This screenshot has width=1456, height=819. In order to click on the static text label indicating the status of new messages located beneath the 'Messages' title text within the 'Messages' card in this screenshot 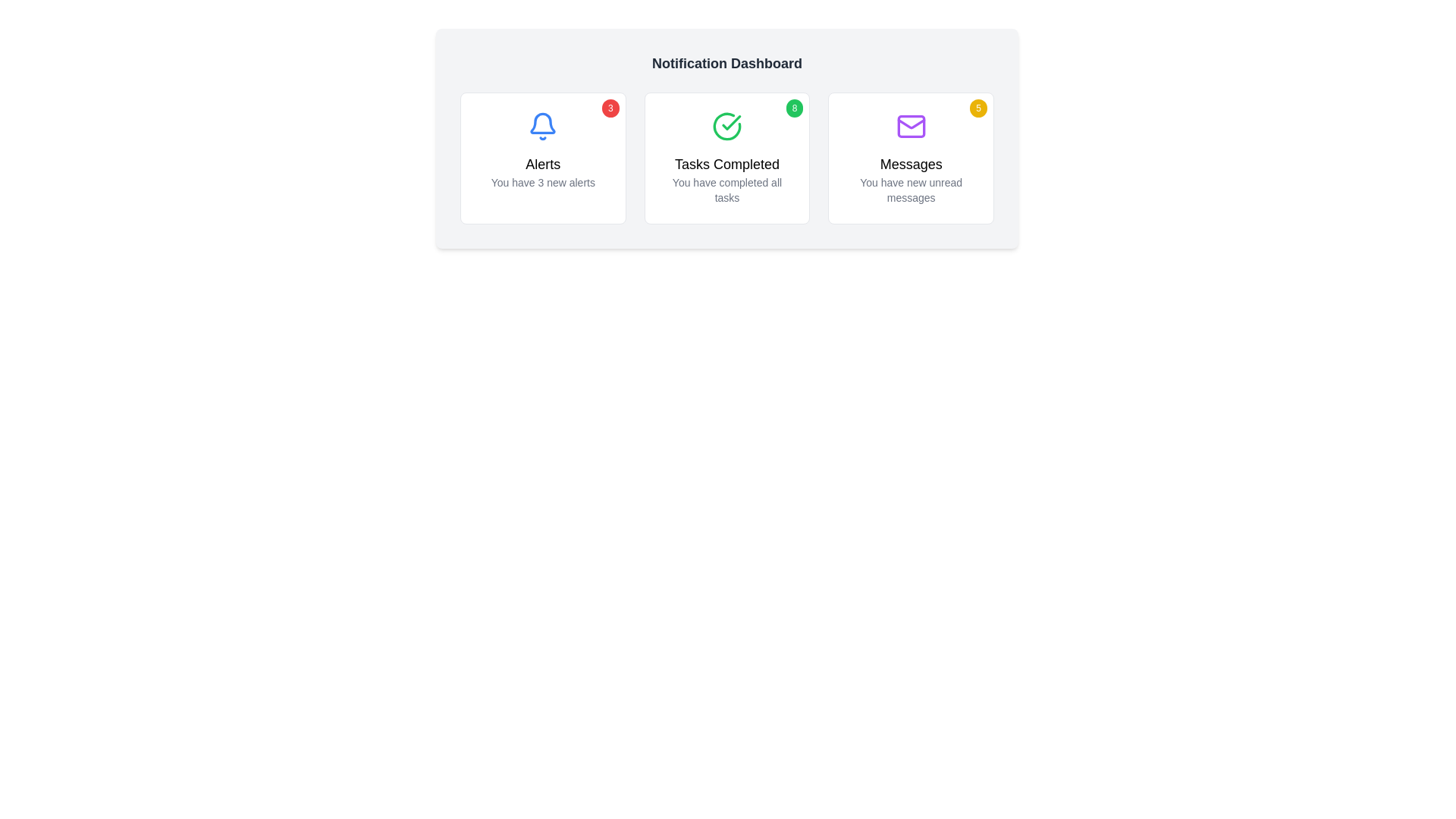, I will do `click(910, 189)`.